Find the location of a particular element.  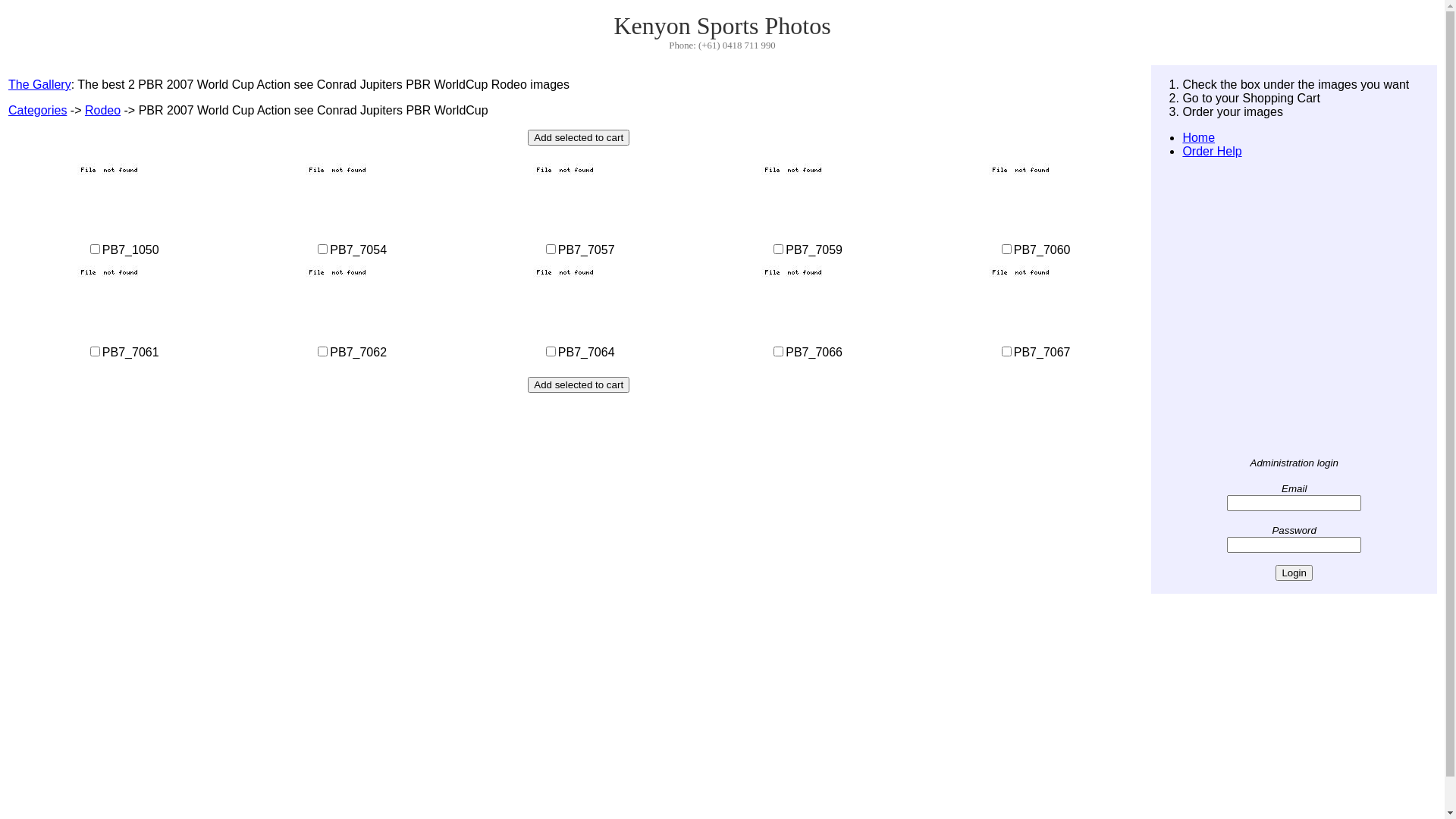

'The Gallery' is located at coordinates (39, 84).